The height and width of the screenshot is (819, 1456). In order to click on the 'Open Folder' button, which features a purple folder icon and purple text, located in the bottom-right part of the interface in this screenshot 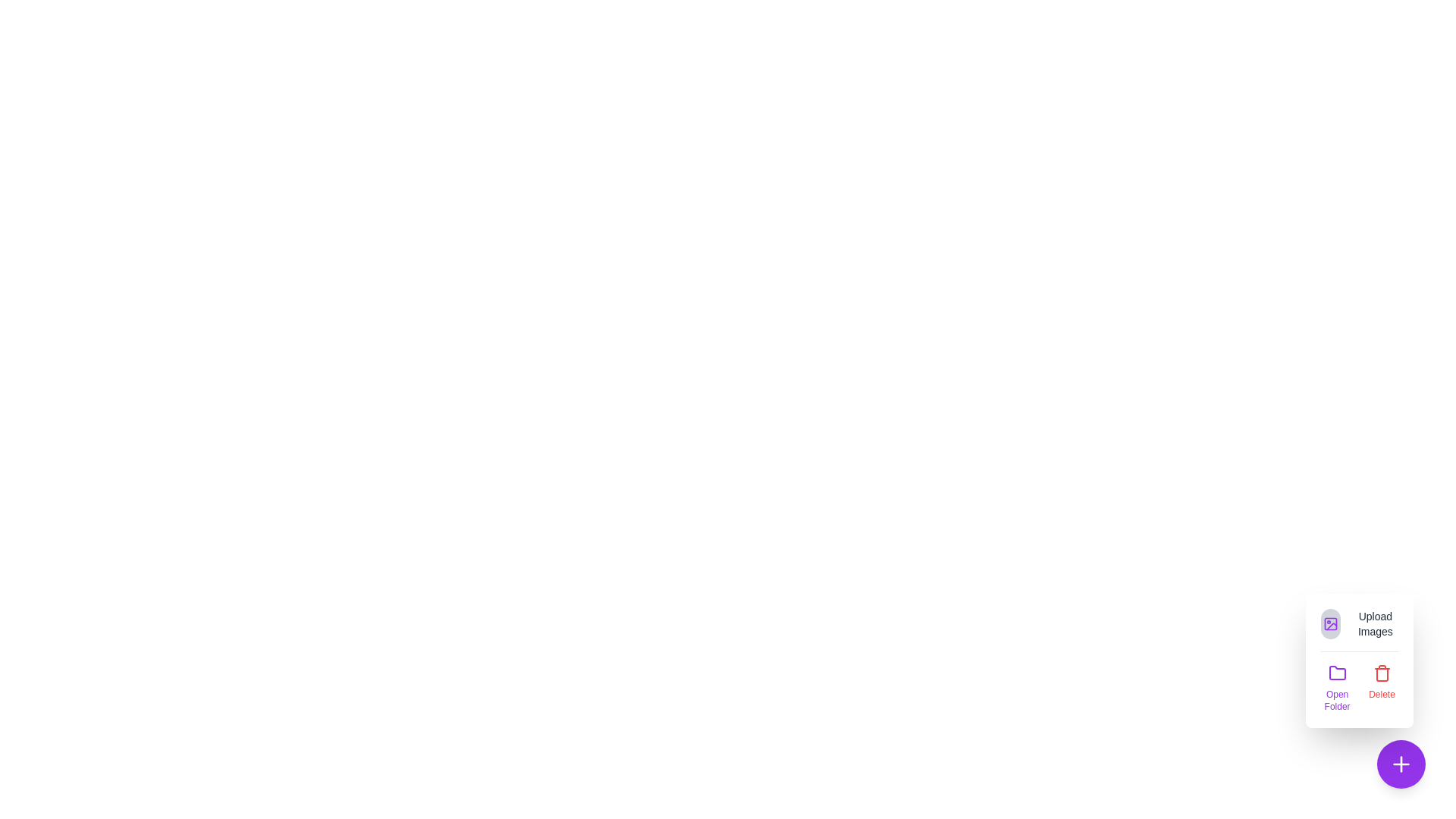, I will do `click(1337, 688)`.